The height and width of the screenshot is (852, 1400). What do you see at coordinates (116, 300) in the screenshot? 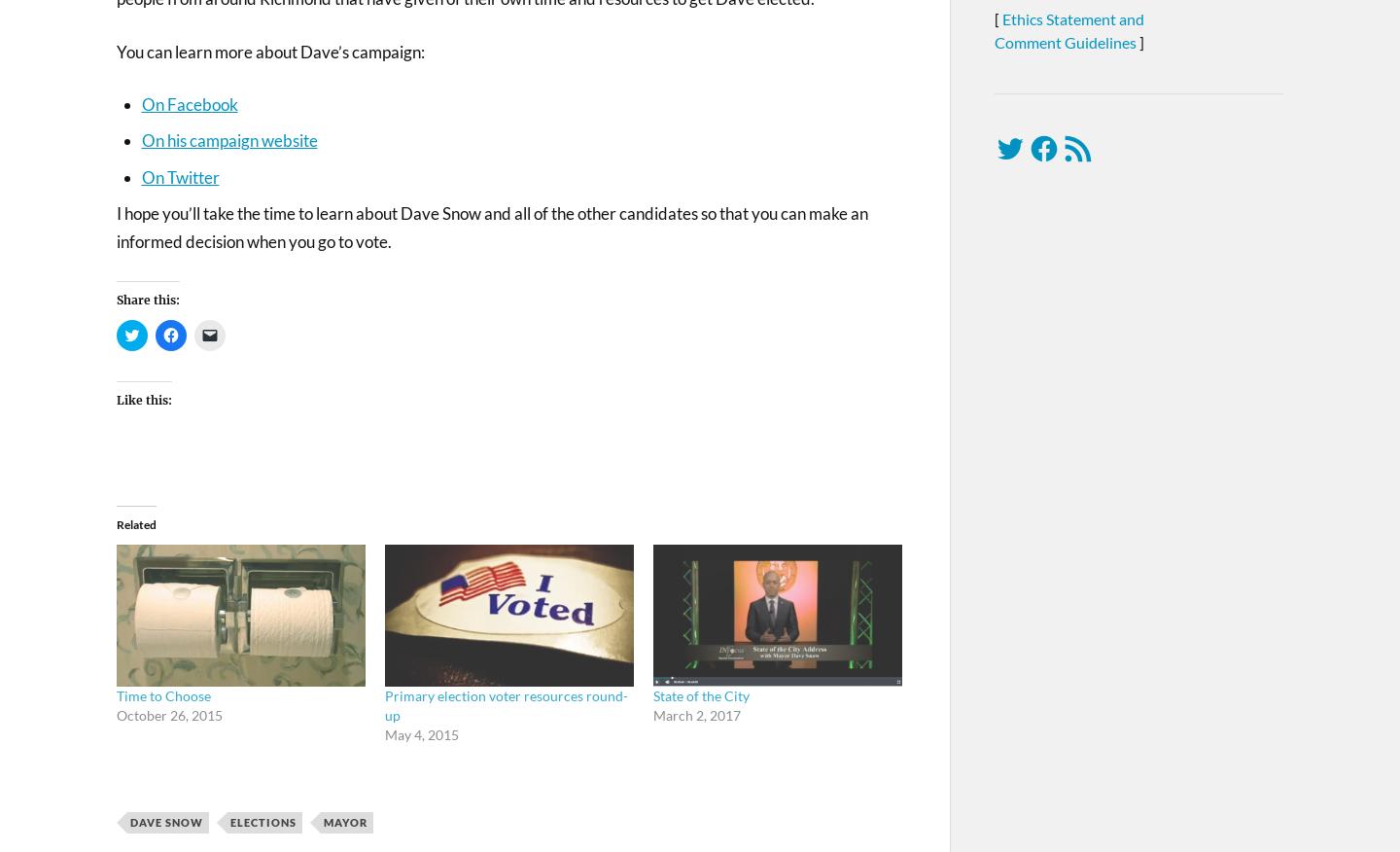
I see `'Share this:'` at bounding box center [116, 300].